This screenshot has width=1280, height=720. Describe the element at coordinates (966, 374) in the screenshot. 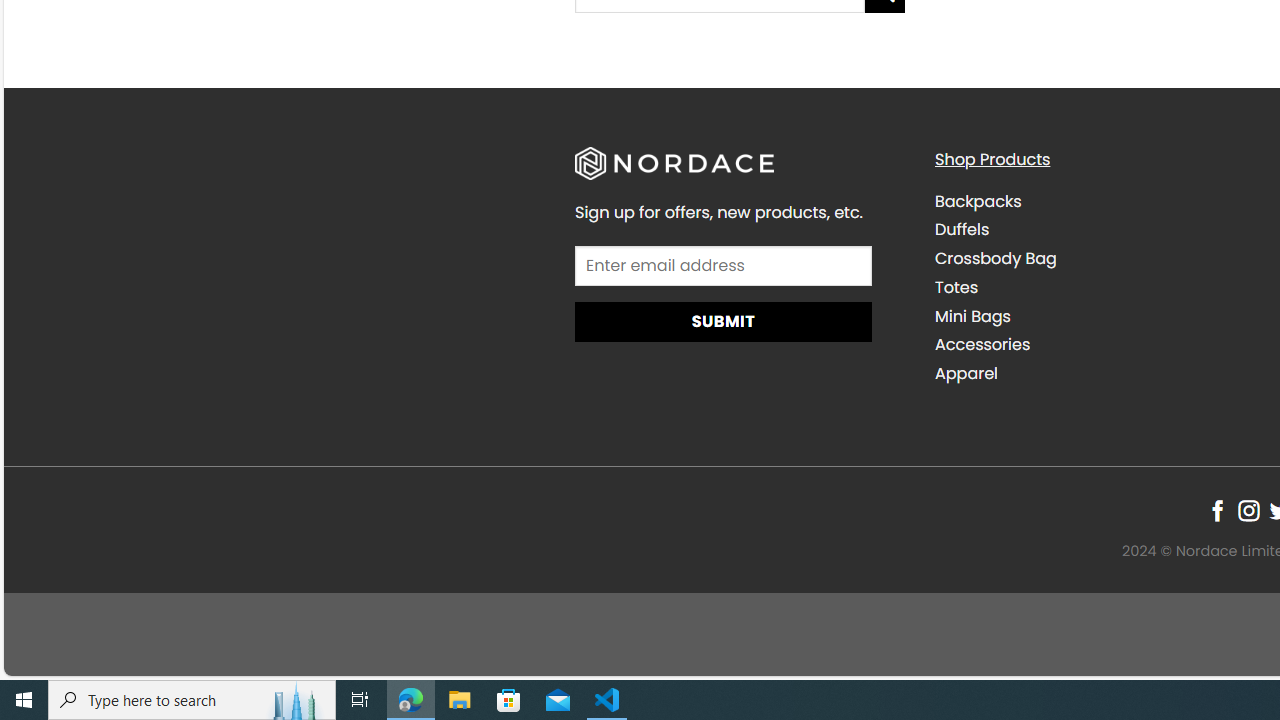

I see `'Apparel'` at that location.